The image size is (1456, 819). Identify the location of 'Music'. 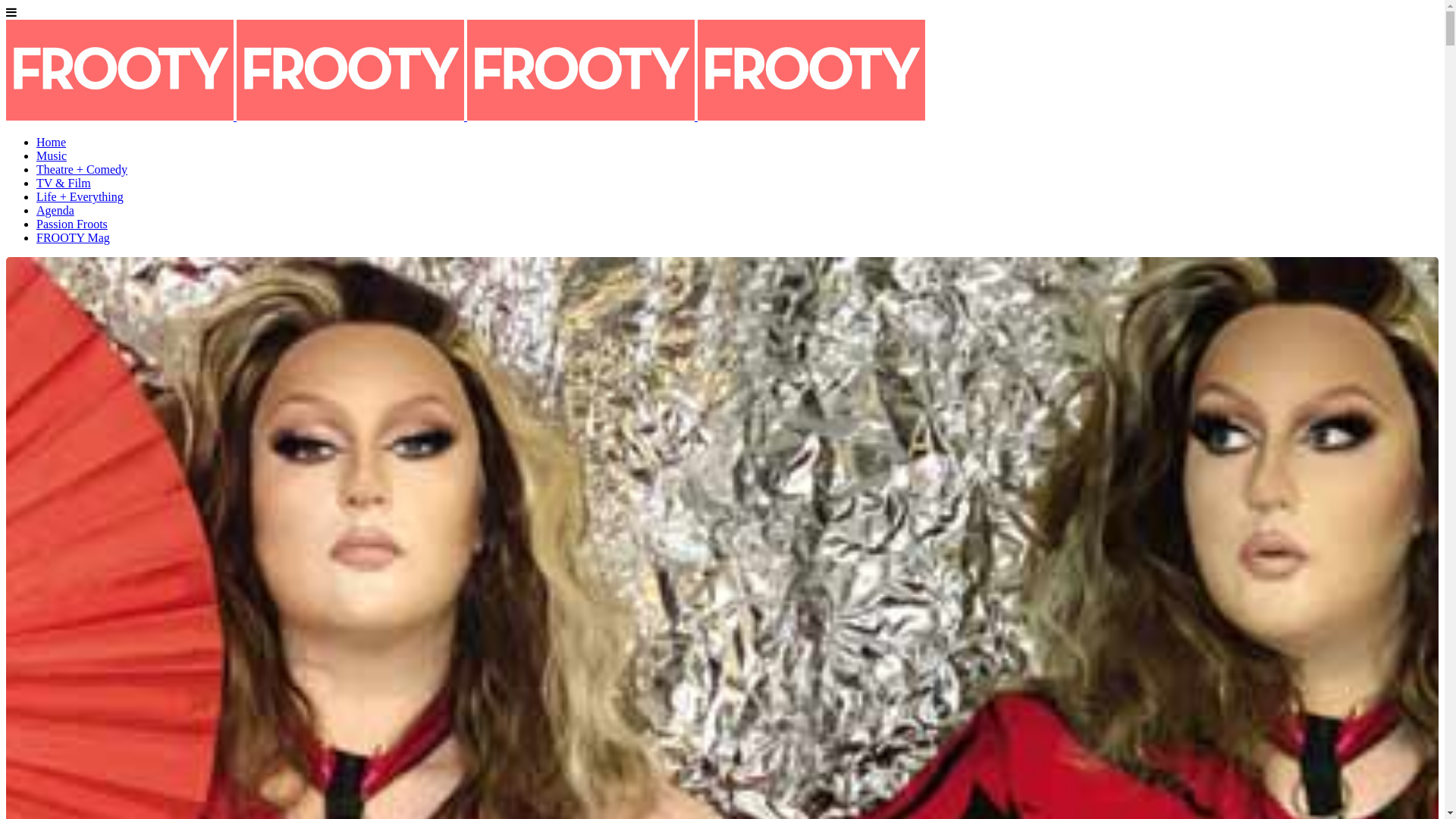
(51, 155).